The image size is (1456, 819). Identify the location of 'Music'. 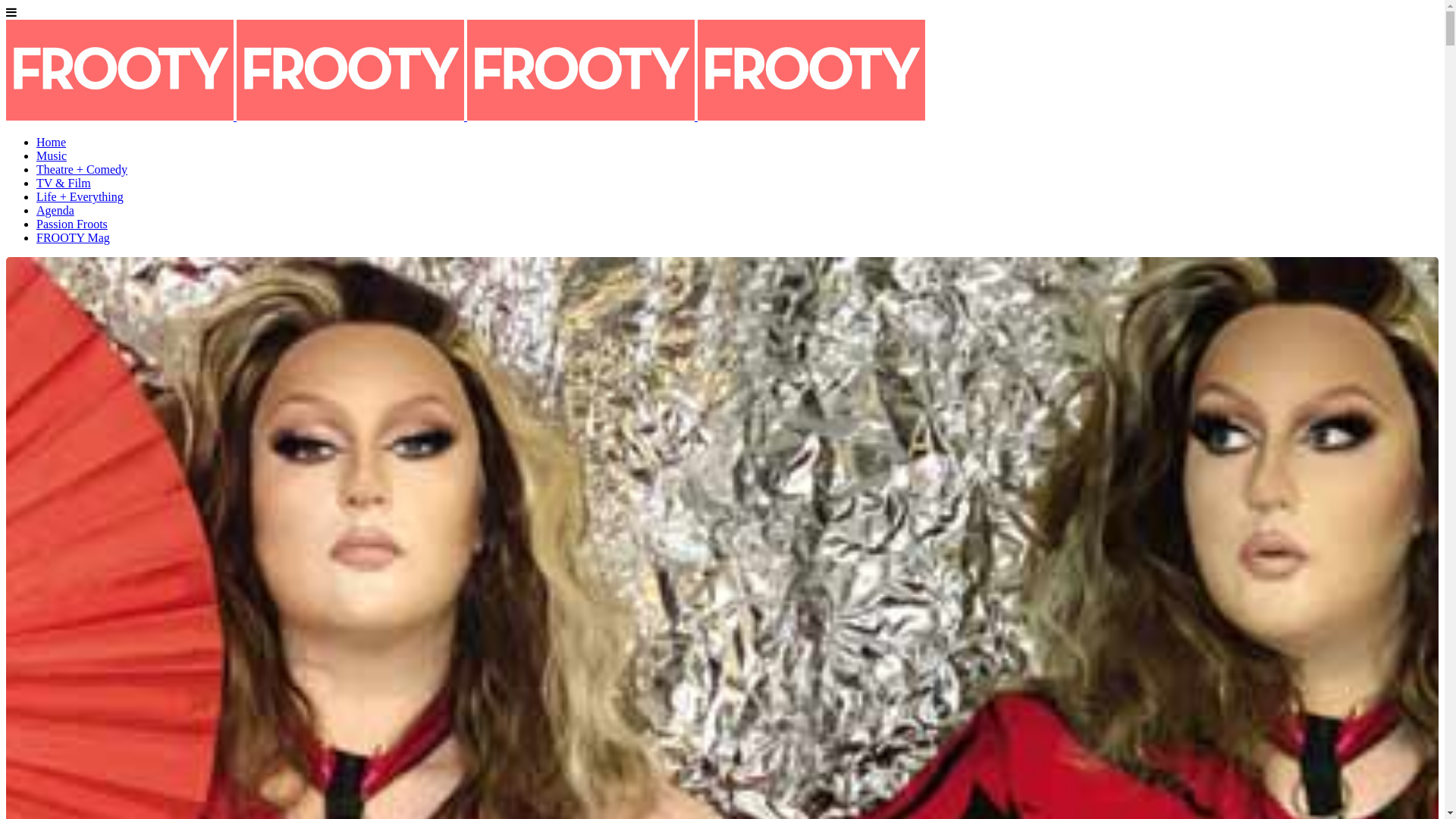
(51, 155).